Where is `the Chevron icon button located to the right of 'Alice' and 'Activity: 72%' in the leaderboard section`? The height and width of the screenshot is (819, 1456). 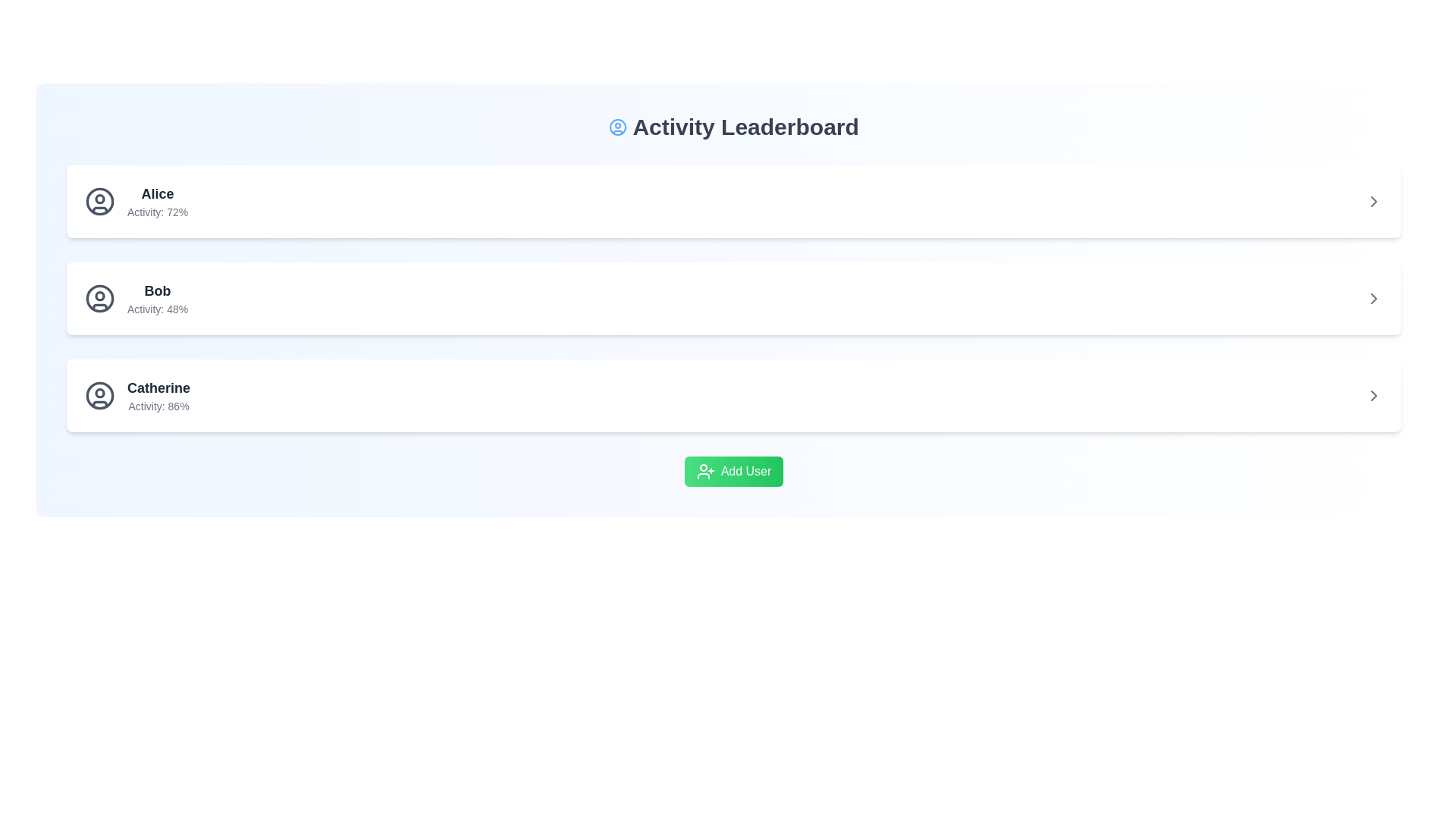
the Chevron icon button located to the right of 'Alice' and 'Activity: 72%' in the leaderboard section is located at coordinates (1373, 201).